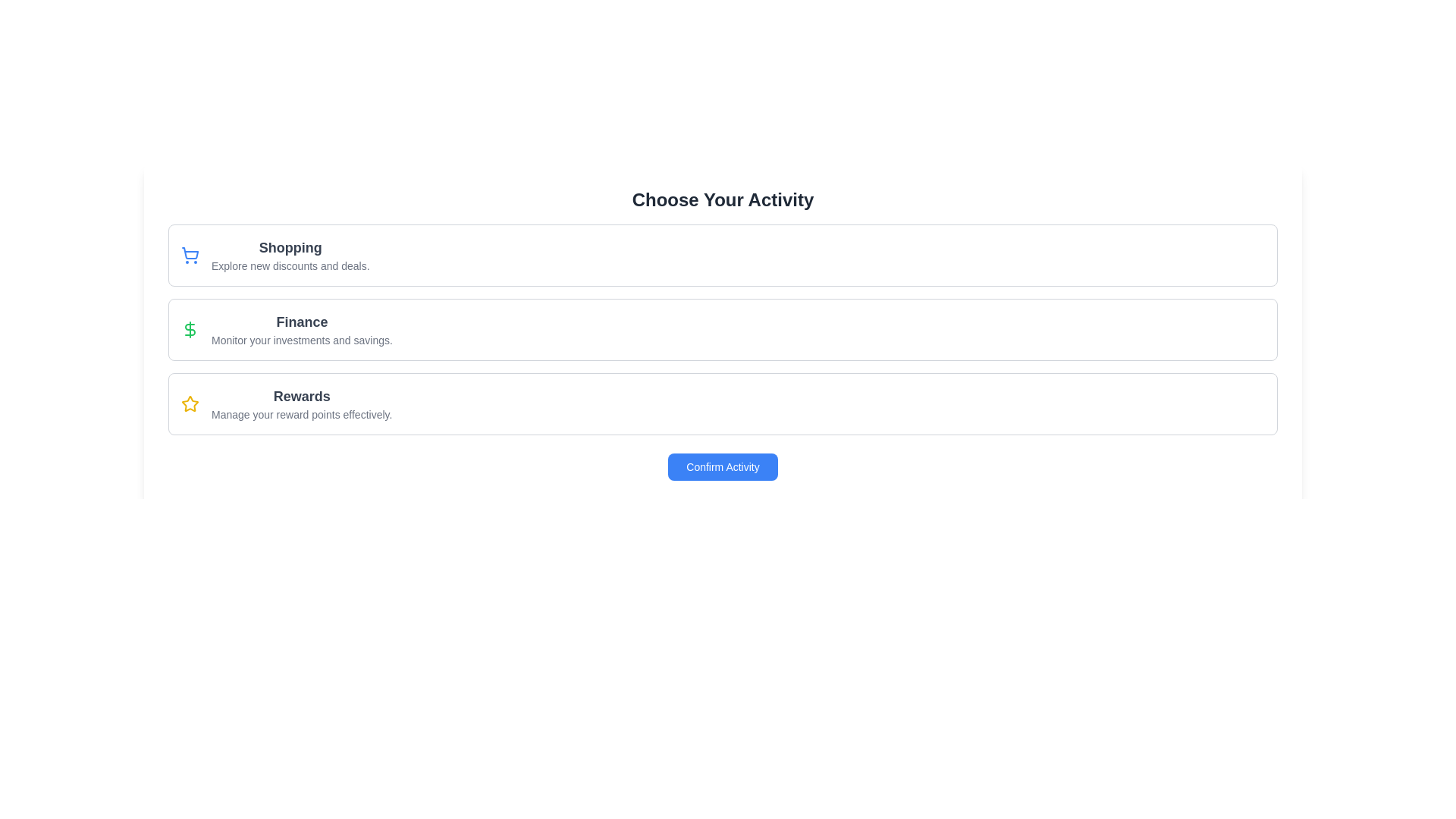  What do you see at coordinates (302, 339) in the screenshot?
I see `the descriptive text that reads 'Monitor your investments and savings.', which is located directly underneath the bold 'Finance' title within the Finance card` at bounding box center [302, 339].